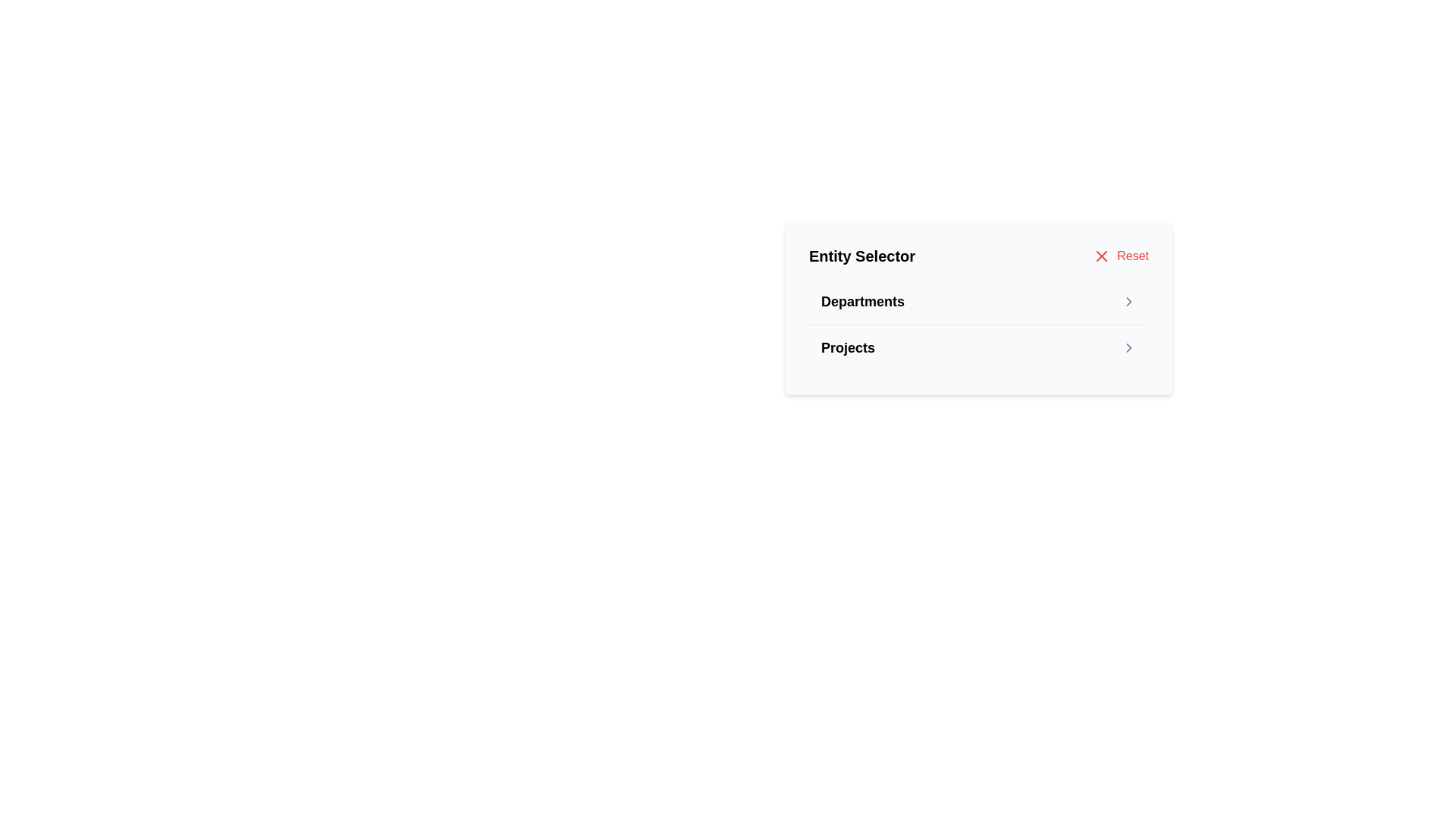 The height and width of the screenshot is (819, 1456). What do you see at coordinates (847, 348) in the screenshot?
I see `the bold black text label reading 'Projects', which is styled with a larger font size and positioned in the bottom row of a white card interface, aligned below the 'Departments' label` at bounding box center [847, 348].